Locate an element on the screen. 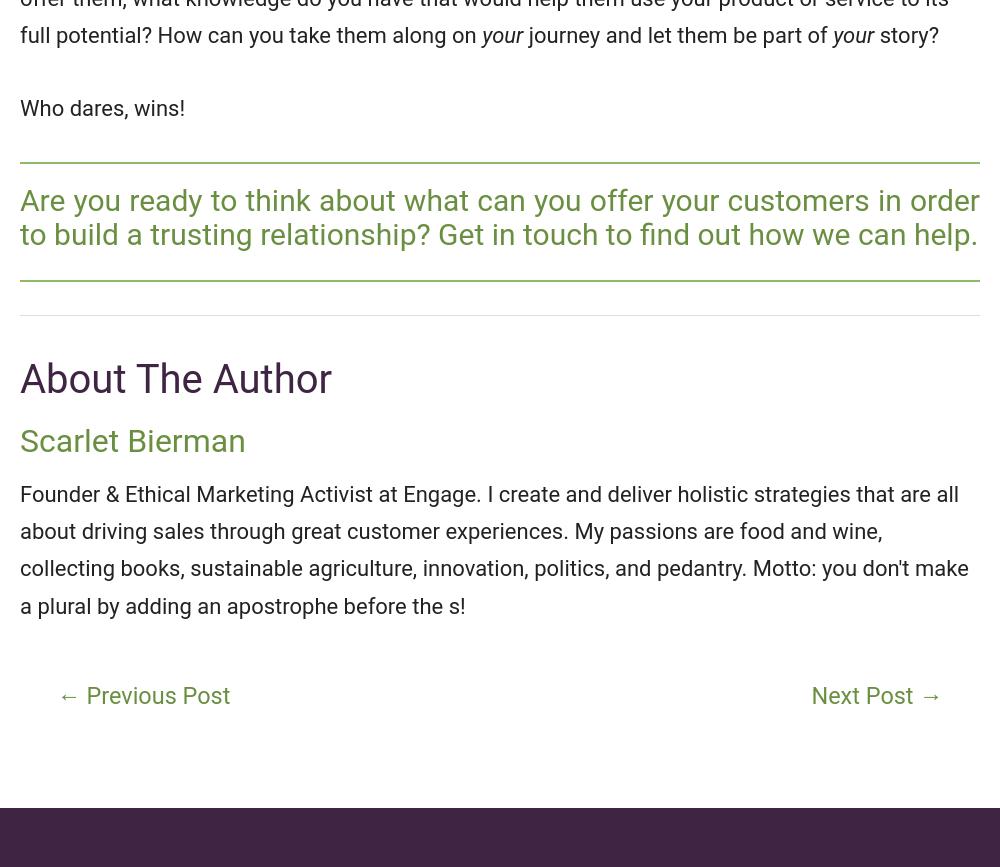 The image size is (1000, 867). 'About The Author' is located at coordinates (176, 379).